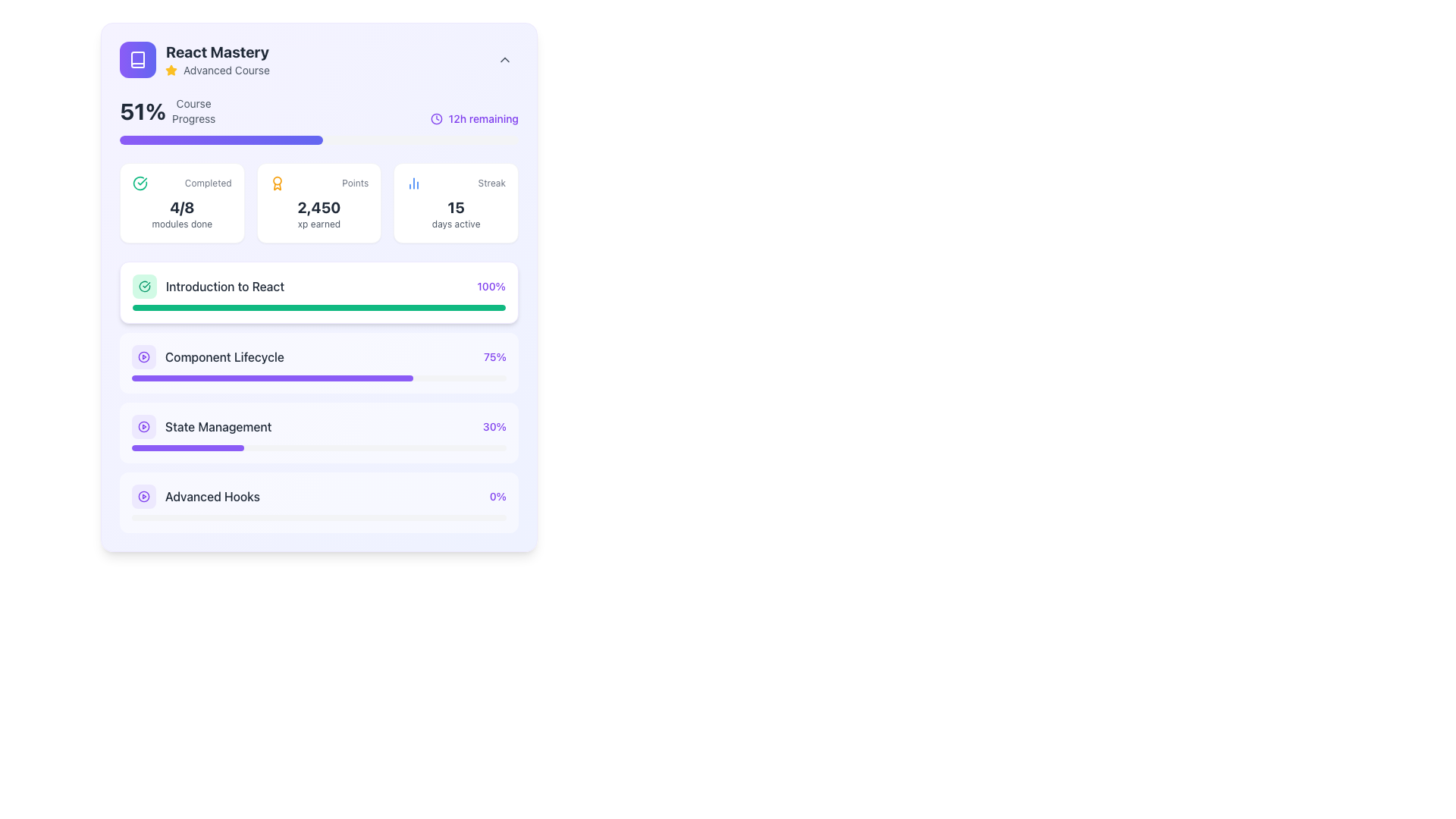 The image size is (1456, 819). I want to click on the text label displaying '12h remaining' in violet color, positioned next to the clock icon within the 'React Mastery' card, so click(482, 118).